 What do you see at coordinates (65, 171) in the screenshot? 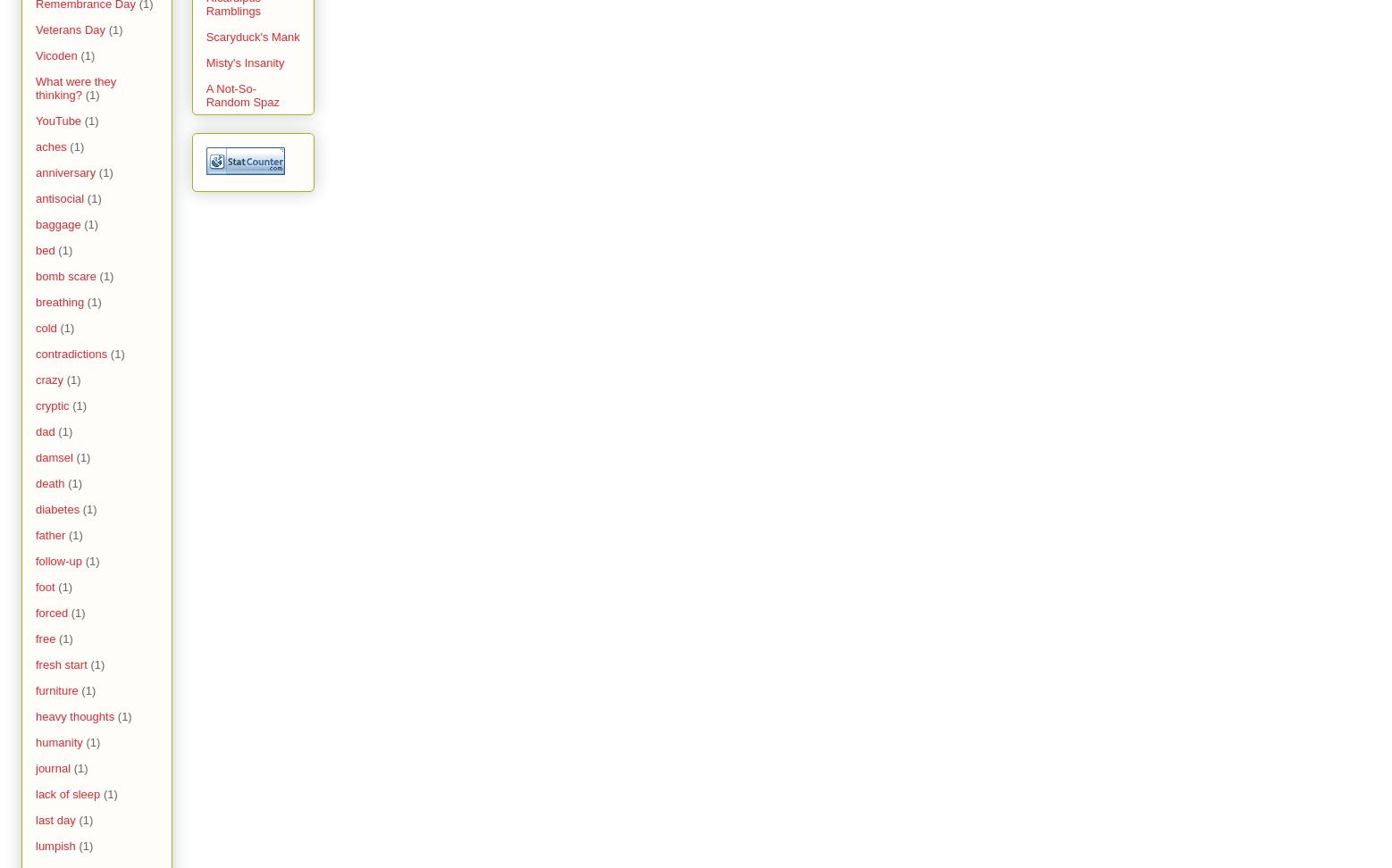
I see `'anniversary'` at bounding box center [65, 171].